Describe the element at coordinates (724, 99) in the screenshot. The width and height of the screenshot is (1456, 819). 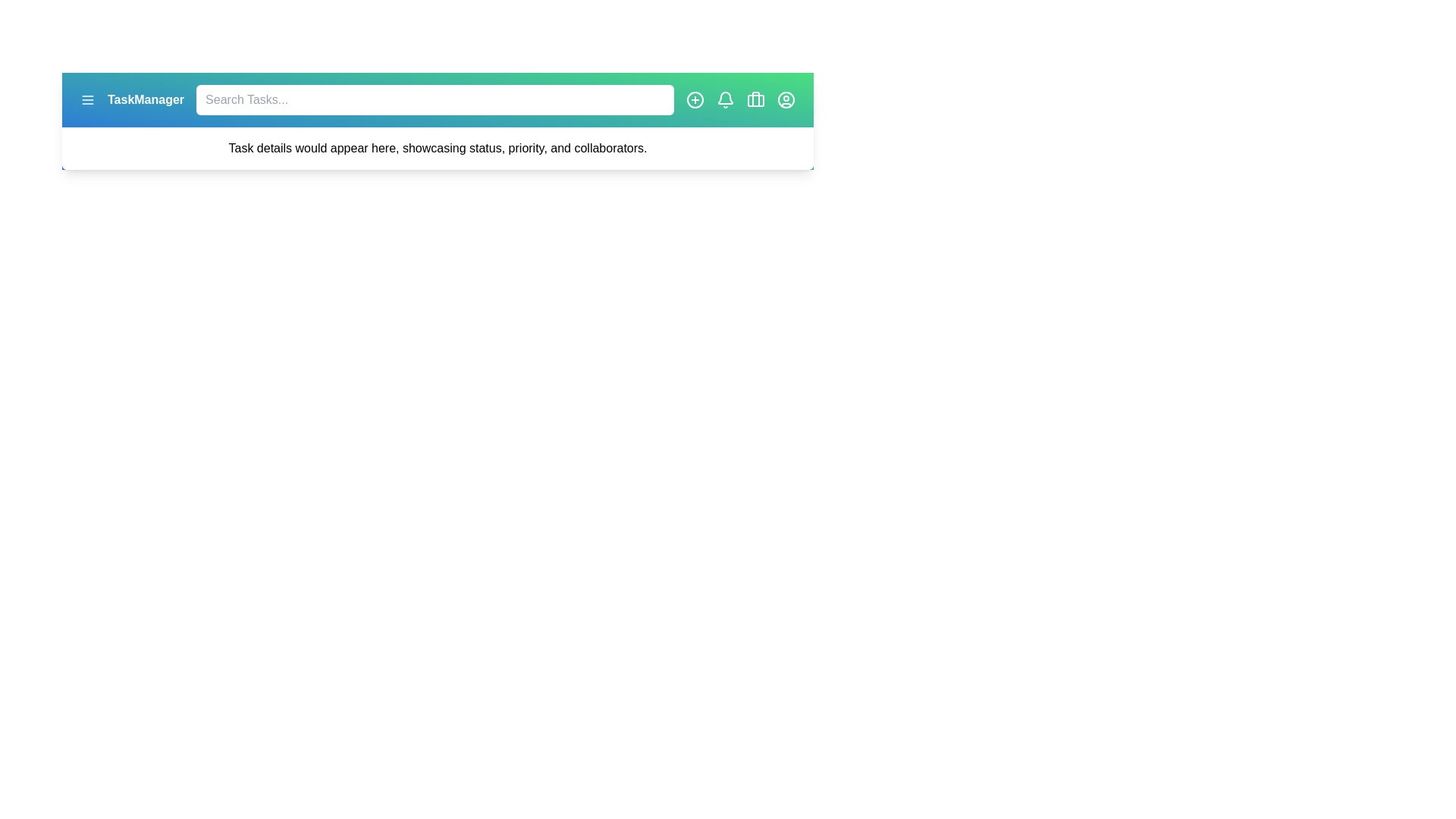
I see `the bell icon to access notifications` at that location.